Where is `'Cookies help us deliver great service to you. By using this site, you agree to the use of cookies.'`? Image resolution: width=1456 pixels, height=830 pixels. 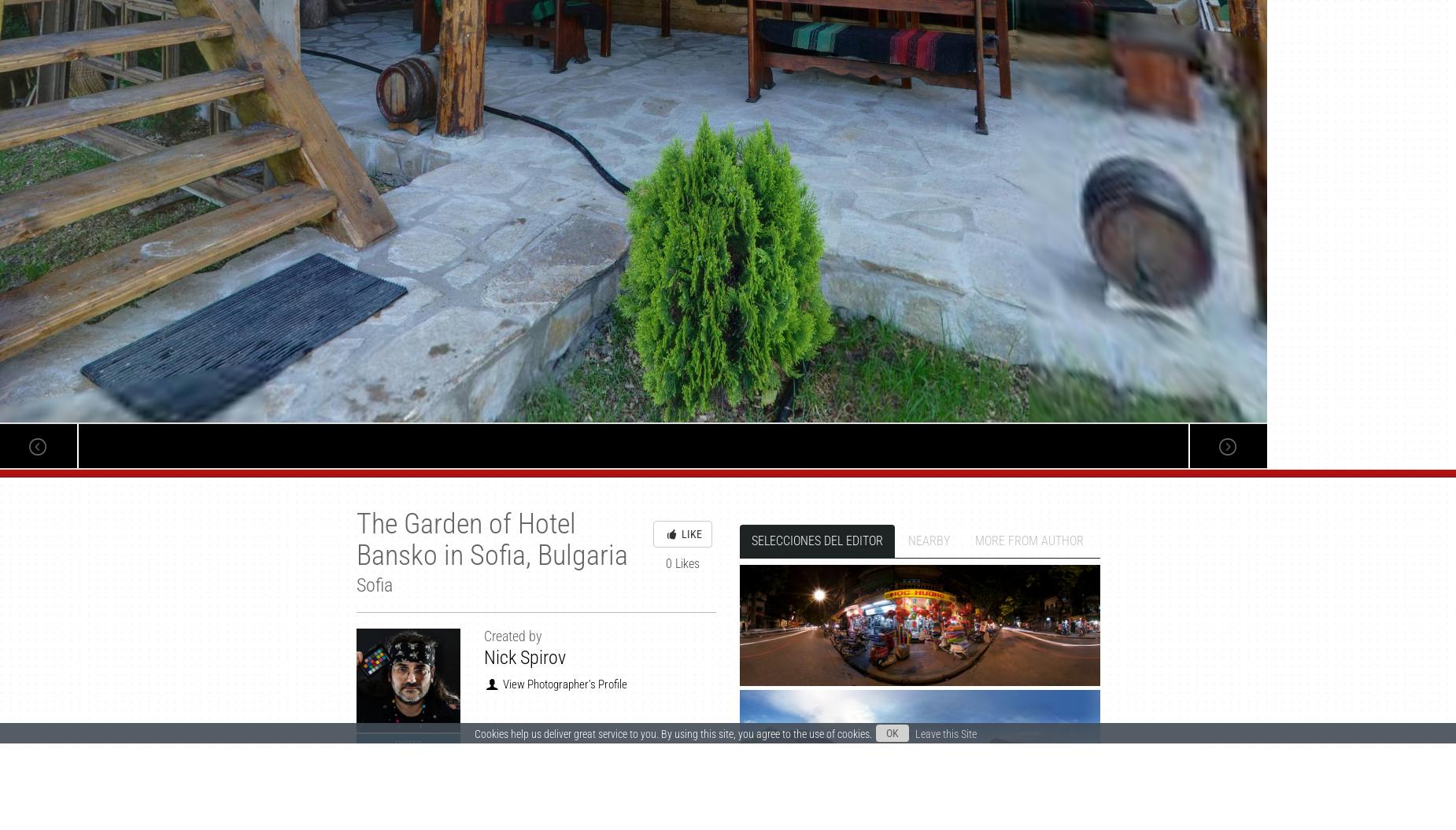 'Cookies help us deliver great service to you. By using this site, you agree to the use of cookies.' is located at coordinates (674, 733).